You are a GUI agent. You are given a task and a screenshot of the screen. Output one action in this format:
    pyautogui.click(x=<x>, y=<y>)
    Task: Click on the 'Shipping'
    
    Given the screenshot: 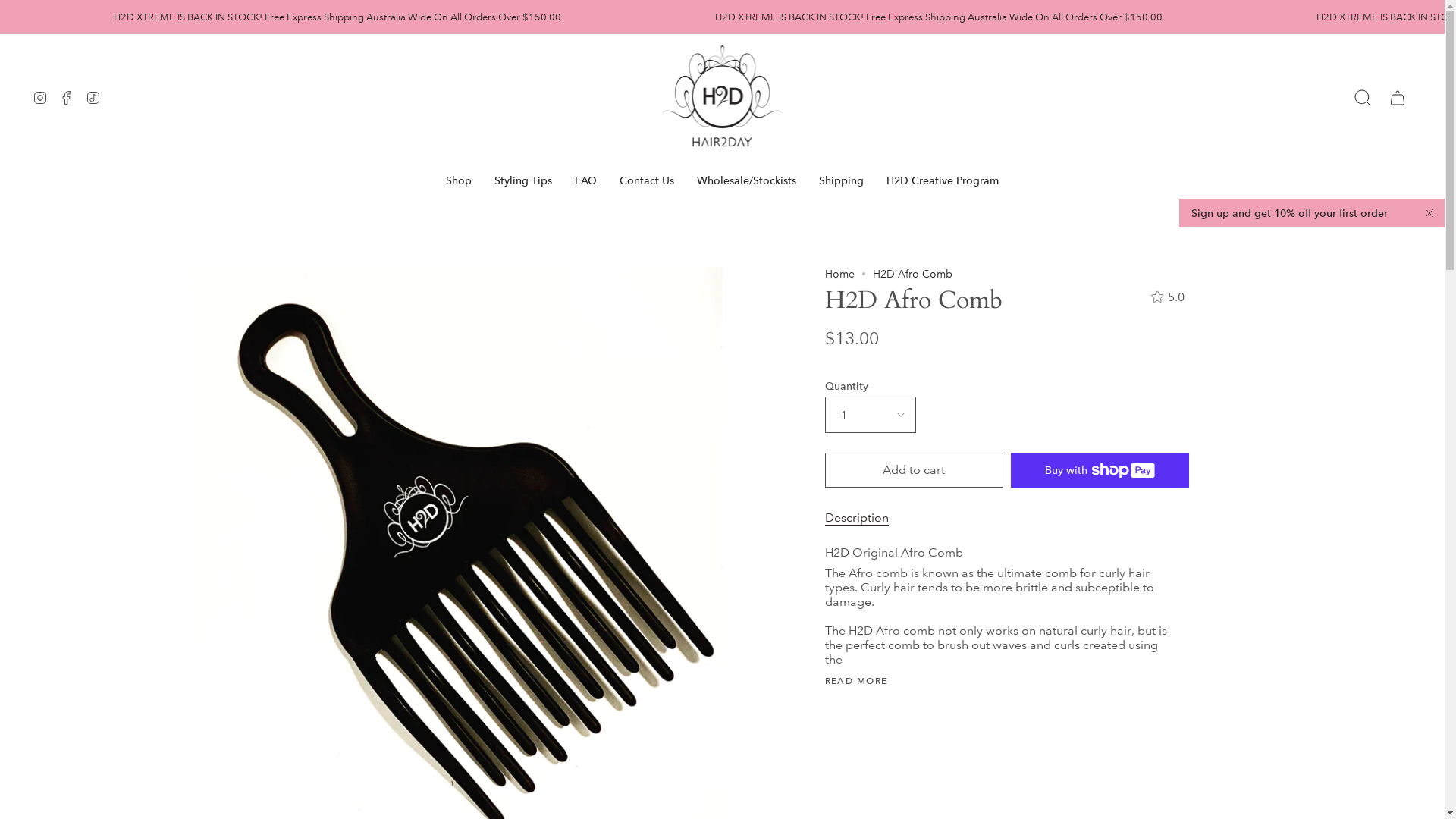 What is the action you would take?
    pyautogui.click(x=807, y=180)
    